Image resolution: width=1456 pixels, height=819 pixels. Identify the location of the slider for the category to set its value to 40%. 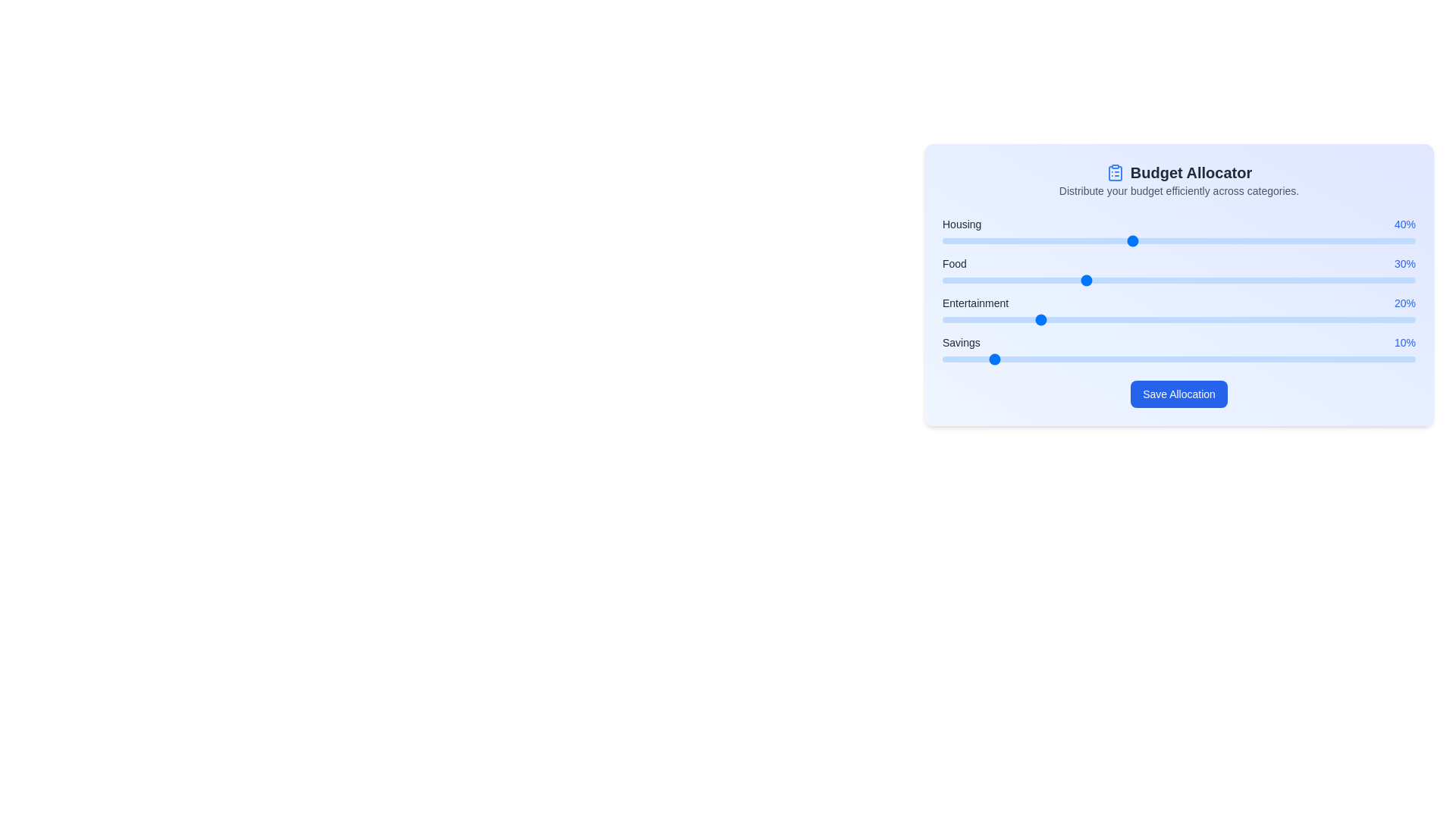
(1131, 240).